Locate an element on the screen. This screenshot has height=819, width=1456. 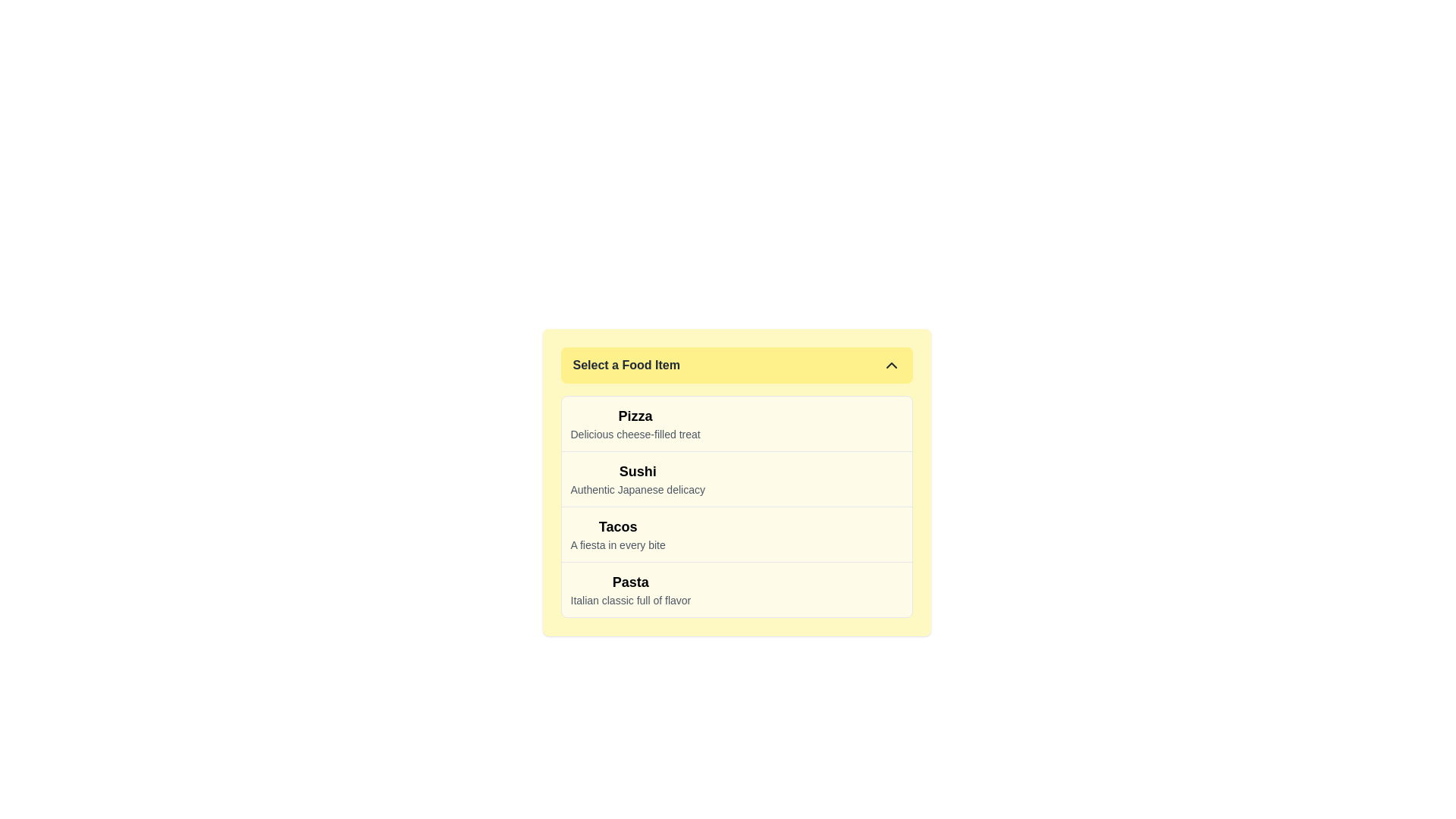
the descriptive text label for the 'Pasta' food item, which is positioned below the bold 'Pasta' heading within the list of food options is located at coordinates (630, 599).